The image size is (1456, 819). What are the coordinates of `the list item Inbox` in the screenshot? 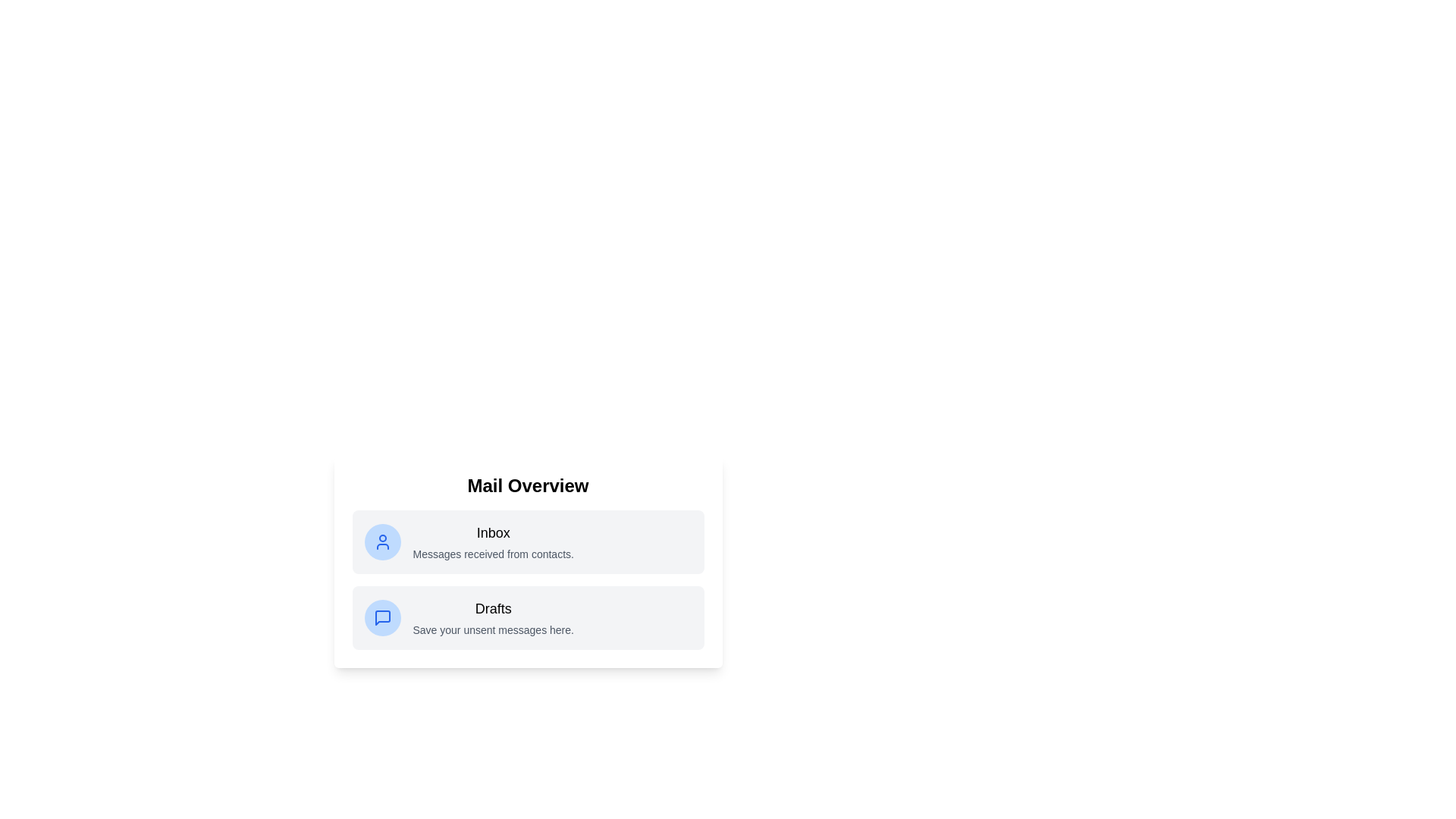 It's located at (528, 541).